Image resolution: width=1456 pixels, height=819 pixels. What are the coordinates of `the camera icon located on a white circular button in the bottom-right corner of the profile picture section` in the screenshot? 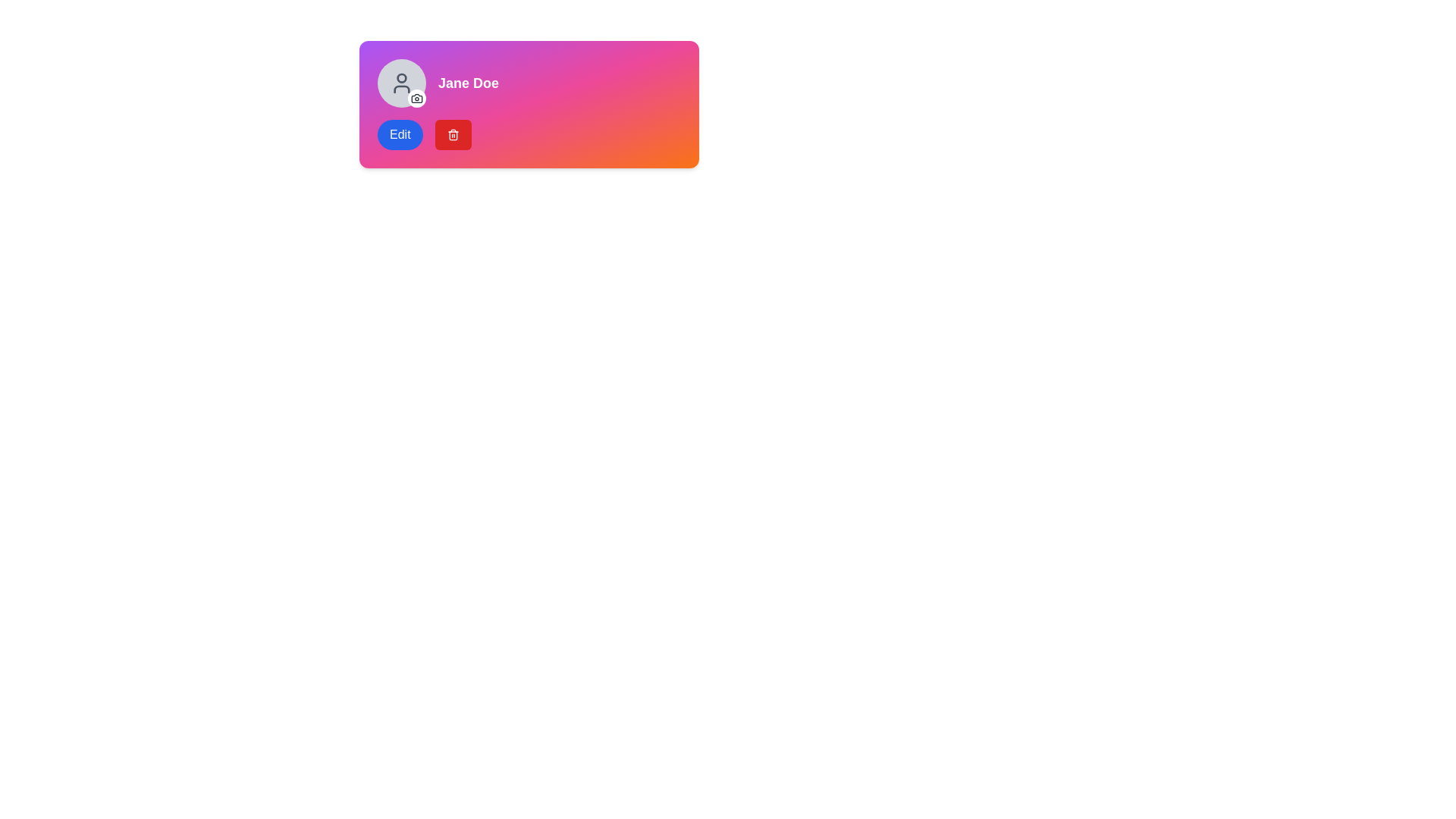 It's located at (417, 99).